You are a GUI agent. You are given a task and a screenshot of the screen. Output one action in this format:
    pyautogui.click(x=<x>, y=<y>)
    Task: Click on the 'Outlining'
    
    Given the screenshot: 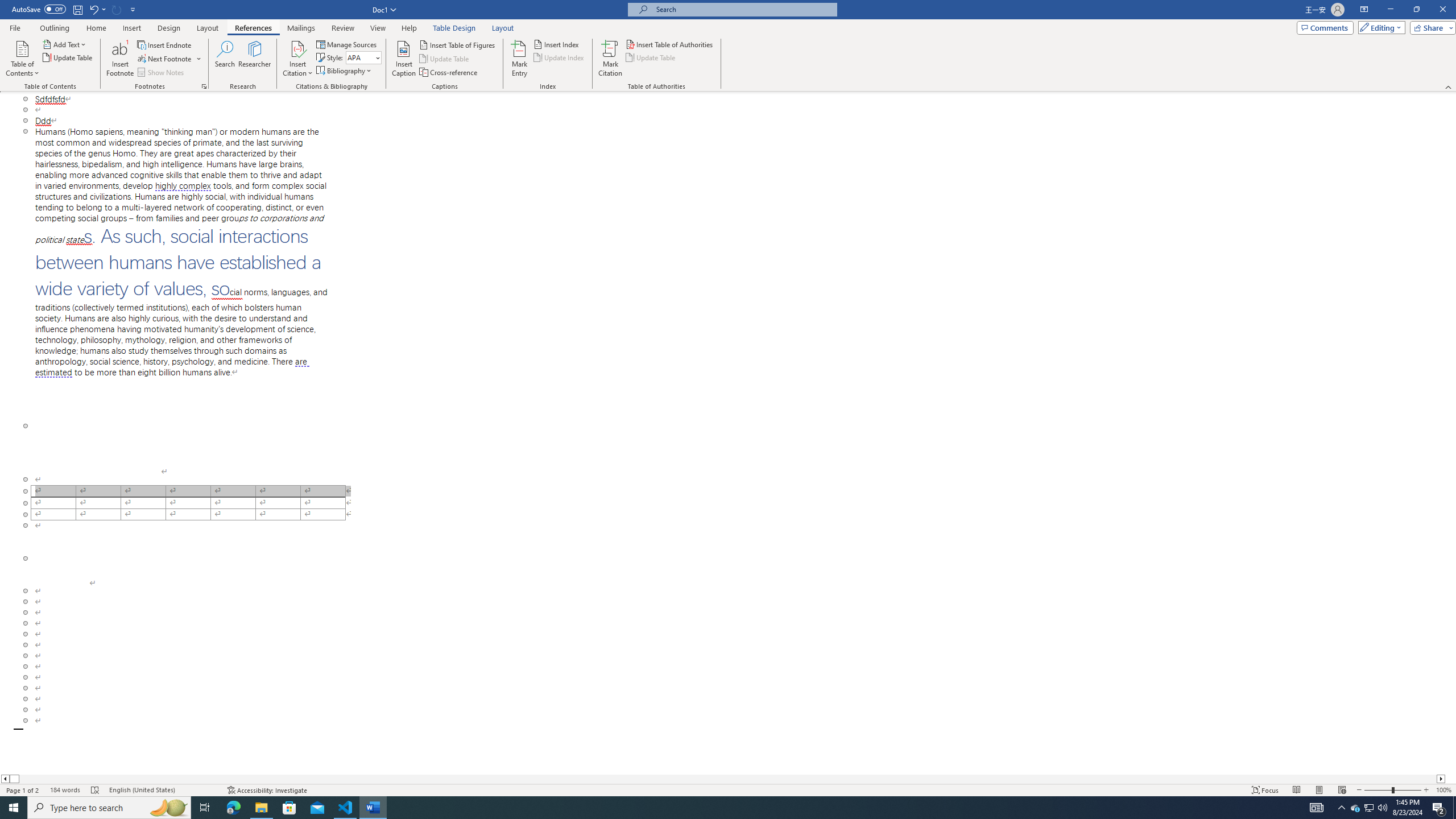 What is the action you would take?
    pyautogui.click(x=54, y=28)
    